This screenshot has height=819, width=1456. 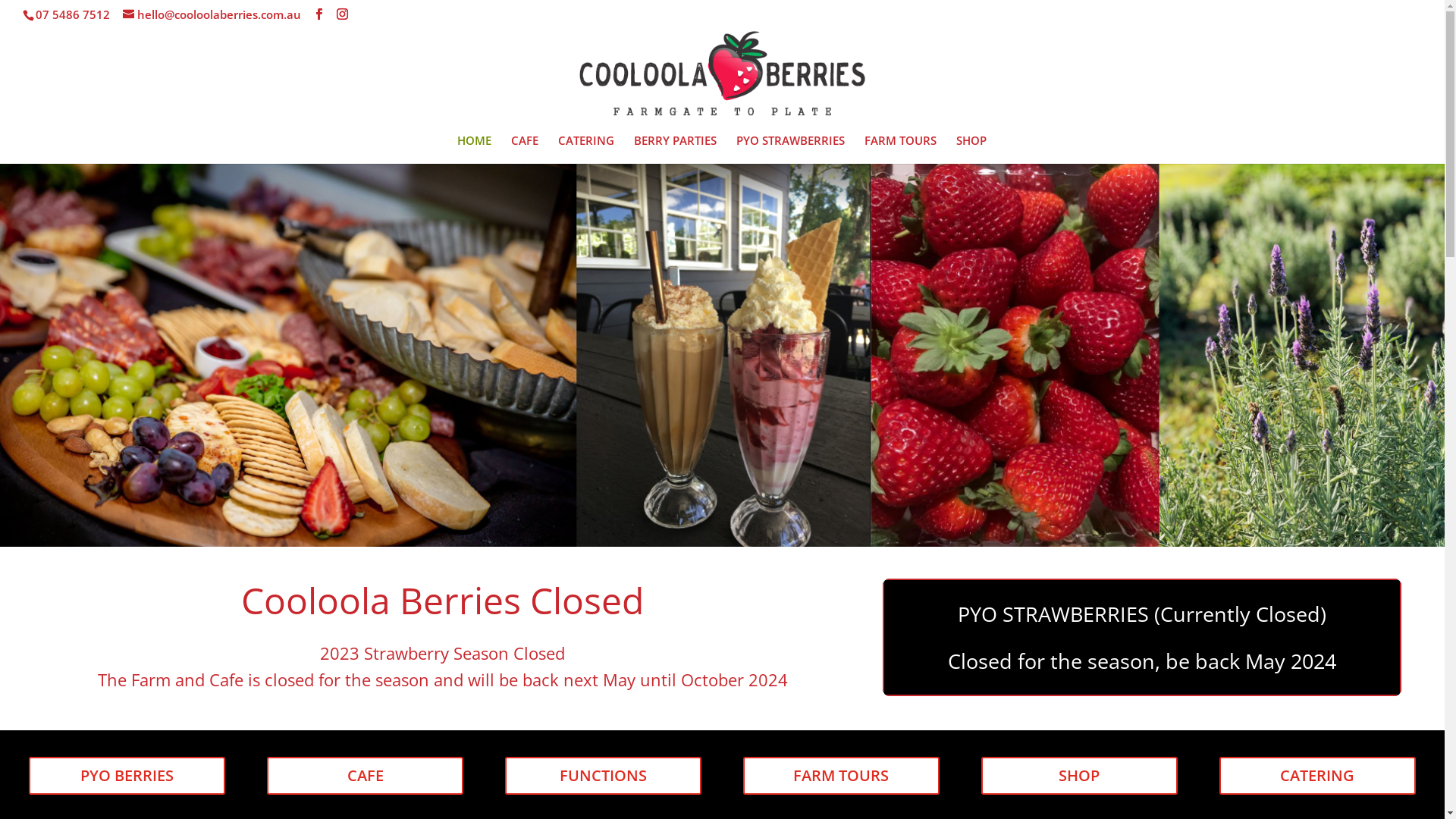 What do you see at coordinates (864, 149) in the screenshot?
I see `'FARM TOURS'` at bounding box center [864, 149].